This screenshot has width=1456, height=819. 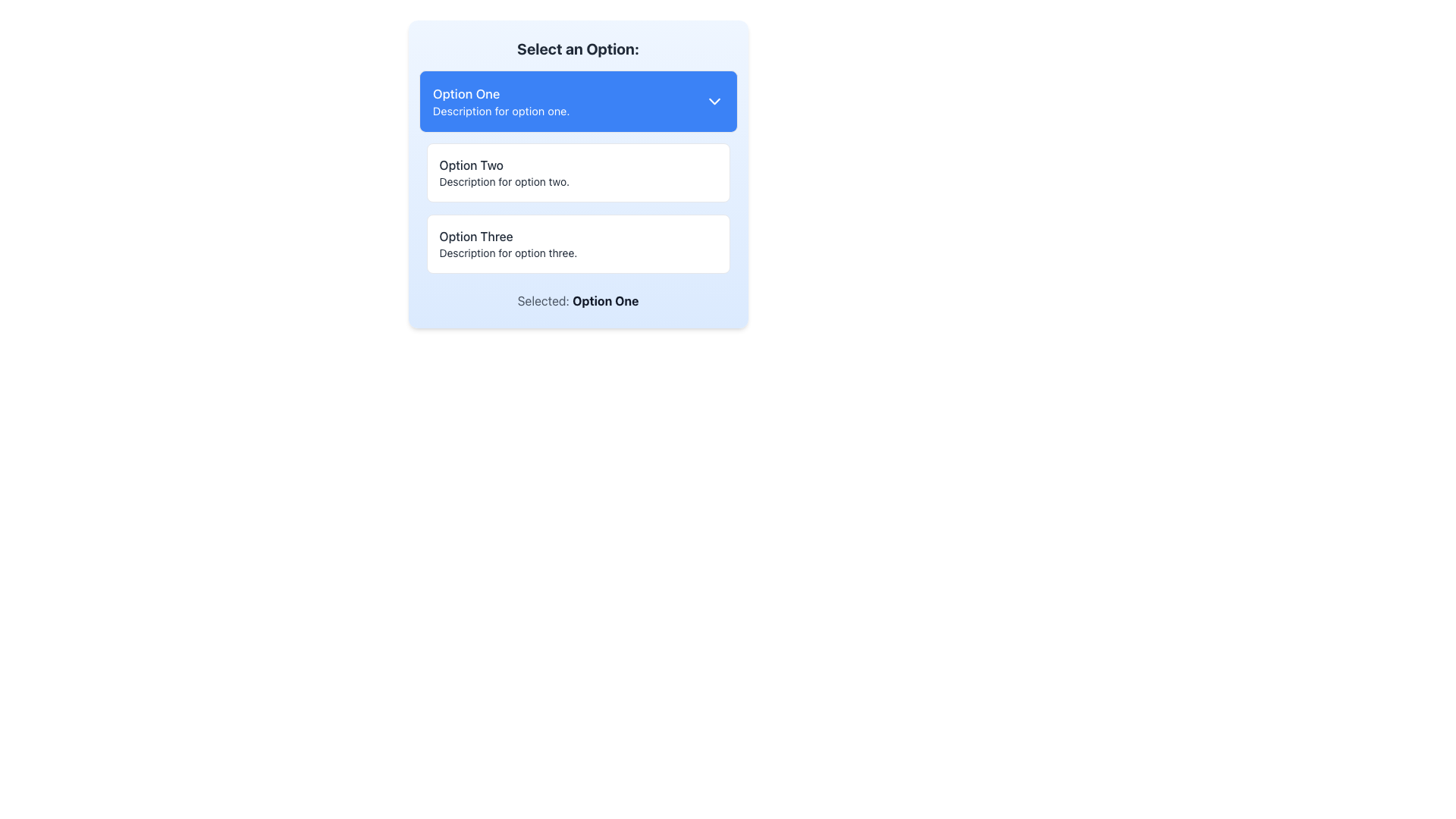 What do you see at coordinates (577, 174) in the screenshot?
I see `the toggleable card labeled 'Option Two' which contains a bold title and a description, located centrally in a card layout between 'Option One' and 'Option Three'` at bounding box center [577, 174].